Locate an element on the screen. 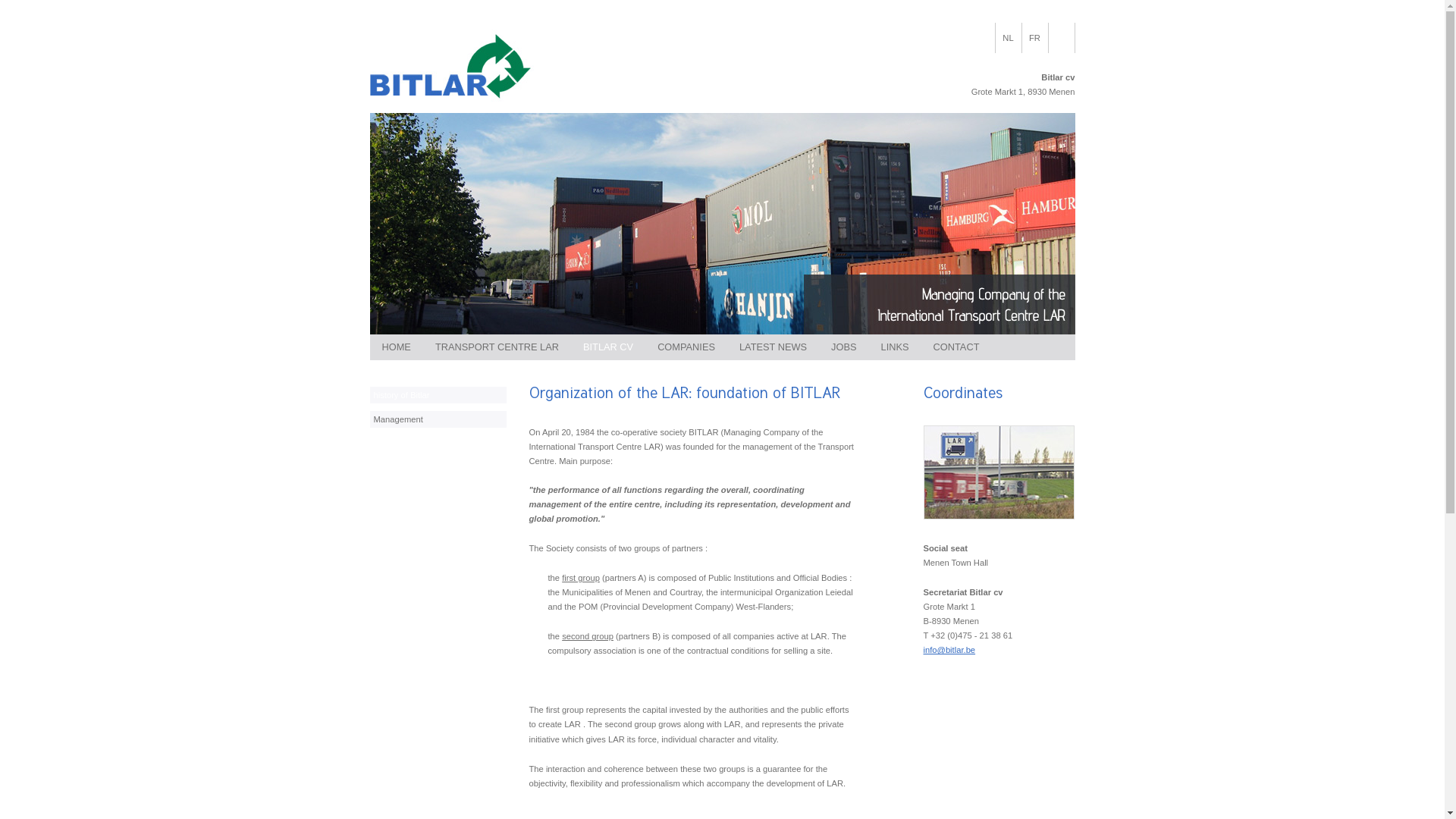 Image resolution: width=1456 pixels, height=819 pixels. 'BITLAR CV' is located at coordinates (607, 347).